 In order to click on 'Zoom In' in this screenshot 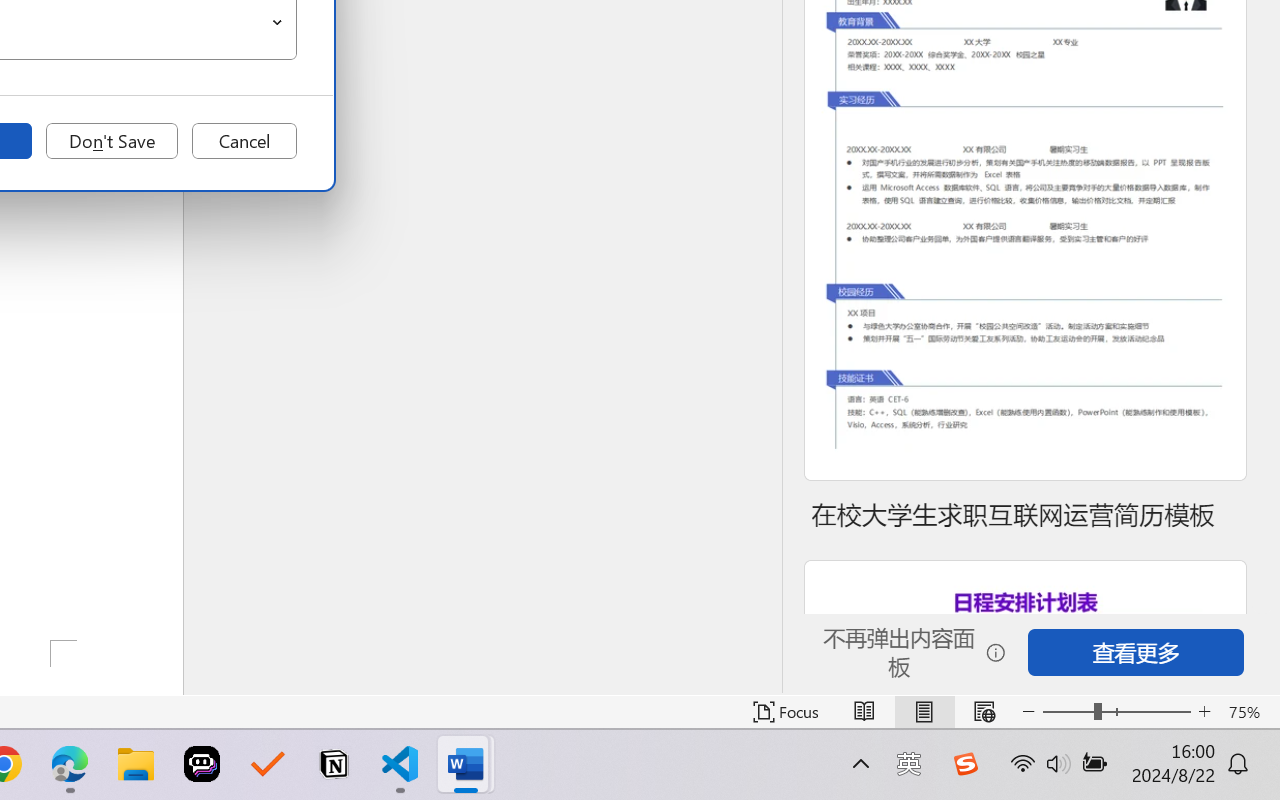, I will do `click(1204, 711)`.